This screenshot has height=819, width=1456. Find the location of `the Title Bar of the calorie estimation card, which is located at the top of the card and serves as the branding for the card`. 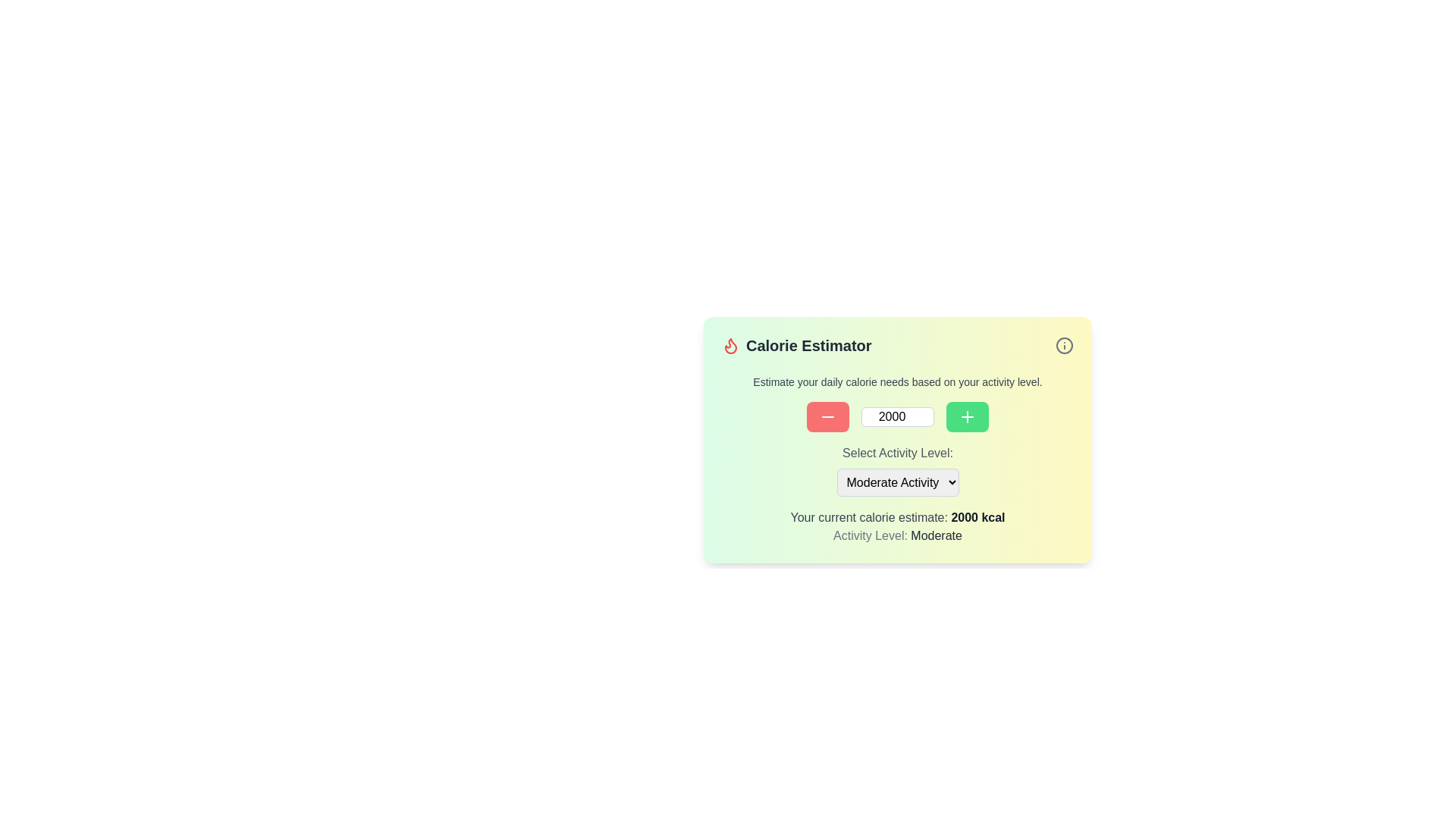

the Title Bar of the calorie estimation card, which is located at the top of the card and serves as the branding for the card is located at coordinates (898, 345).